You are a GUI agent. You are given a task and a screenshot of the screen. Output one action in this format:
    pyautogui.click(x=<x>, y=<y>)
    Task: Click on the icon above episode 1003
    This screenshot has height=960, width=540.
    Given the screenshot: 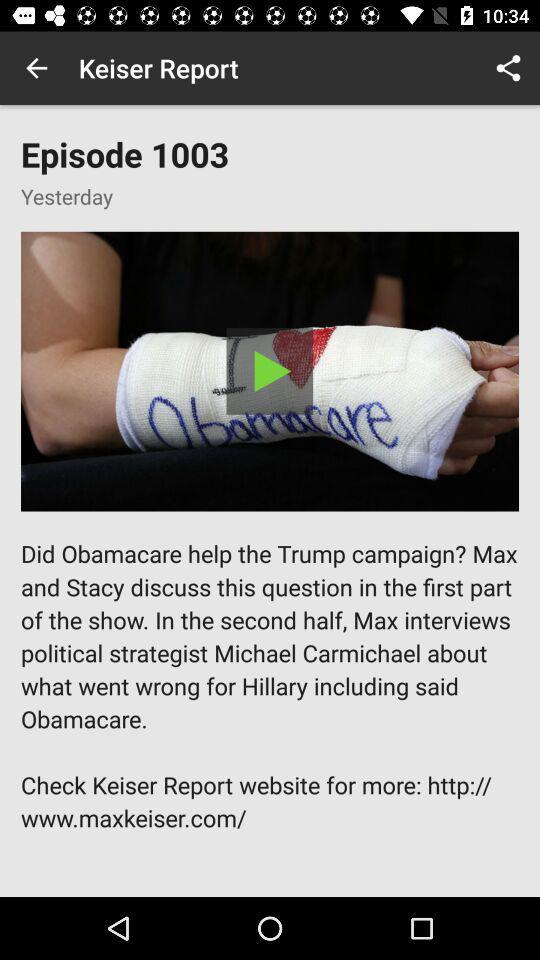 What is the action you would take?
    pyautogui.click(x=36, y=68)
    